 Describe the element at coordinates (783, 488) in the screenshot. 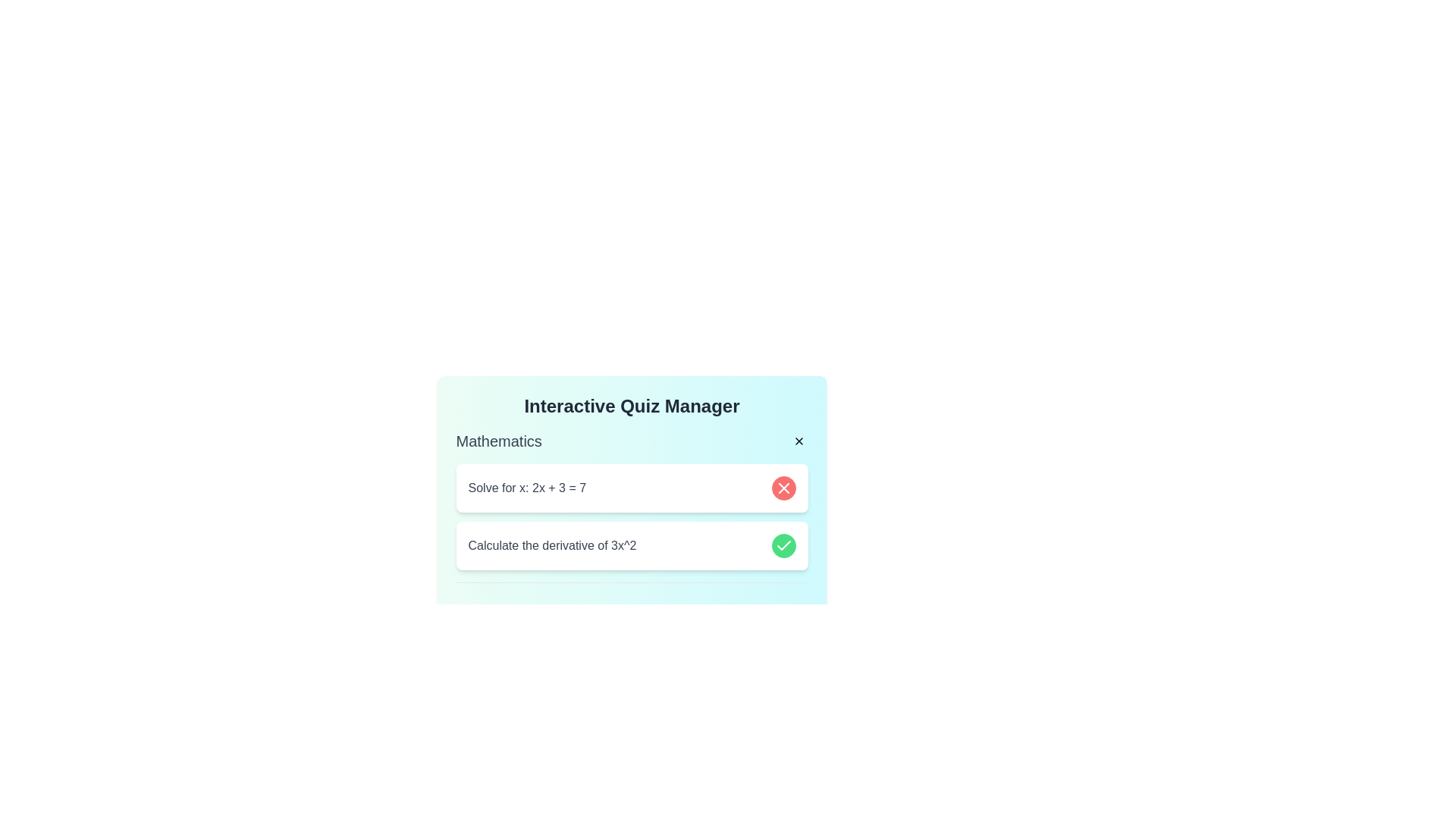

I see `the small cross-shaped icon located in the top-right corner of the 'Interactive Quiz Manager'` at that location.